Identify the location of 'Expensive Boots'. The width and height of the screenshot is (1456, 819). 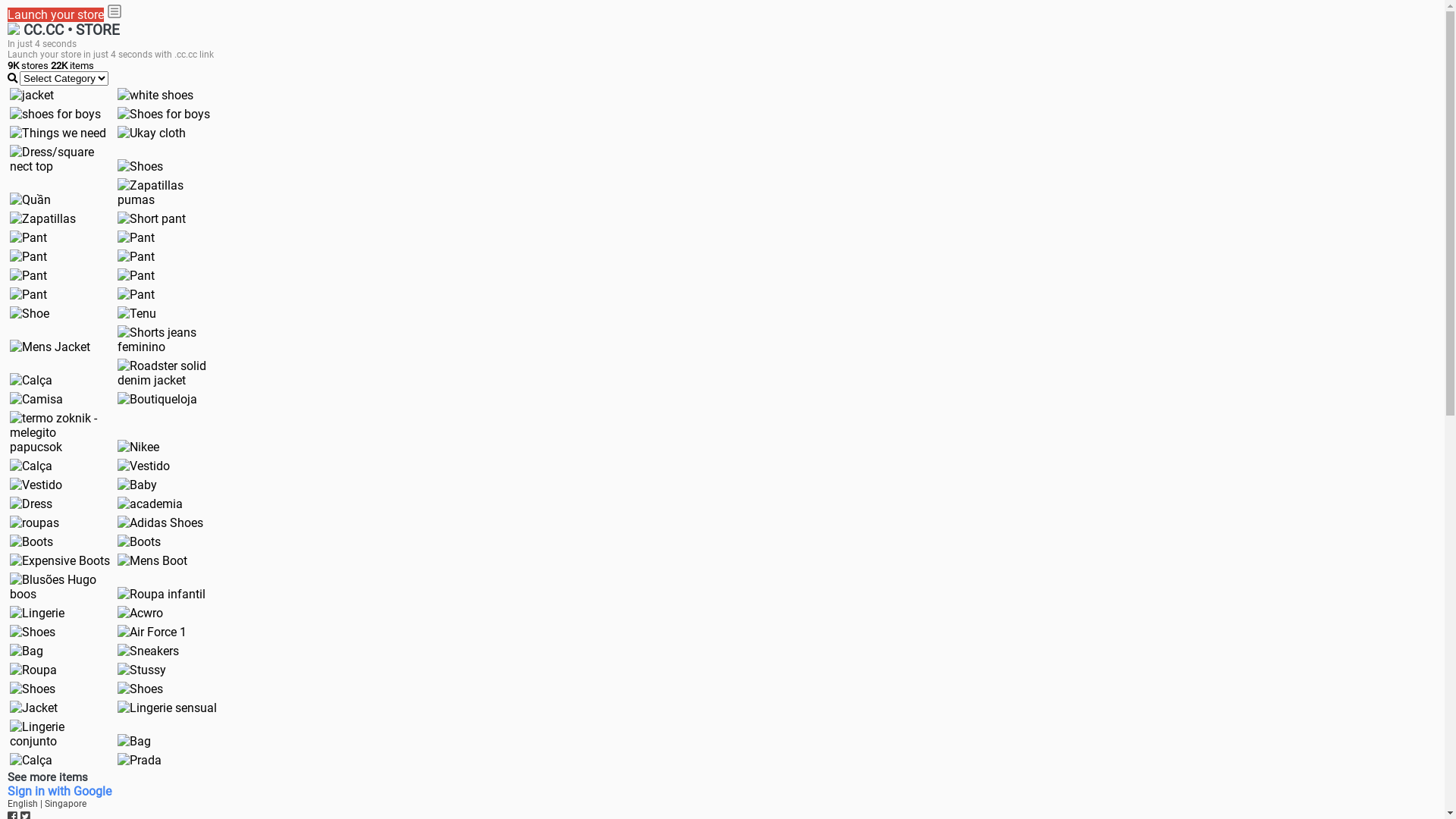
(59, 560).